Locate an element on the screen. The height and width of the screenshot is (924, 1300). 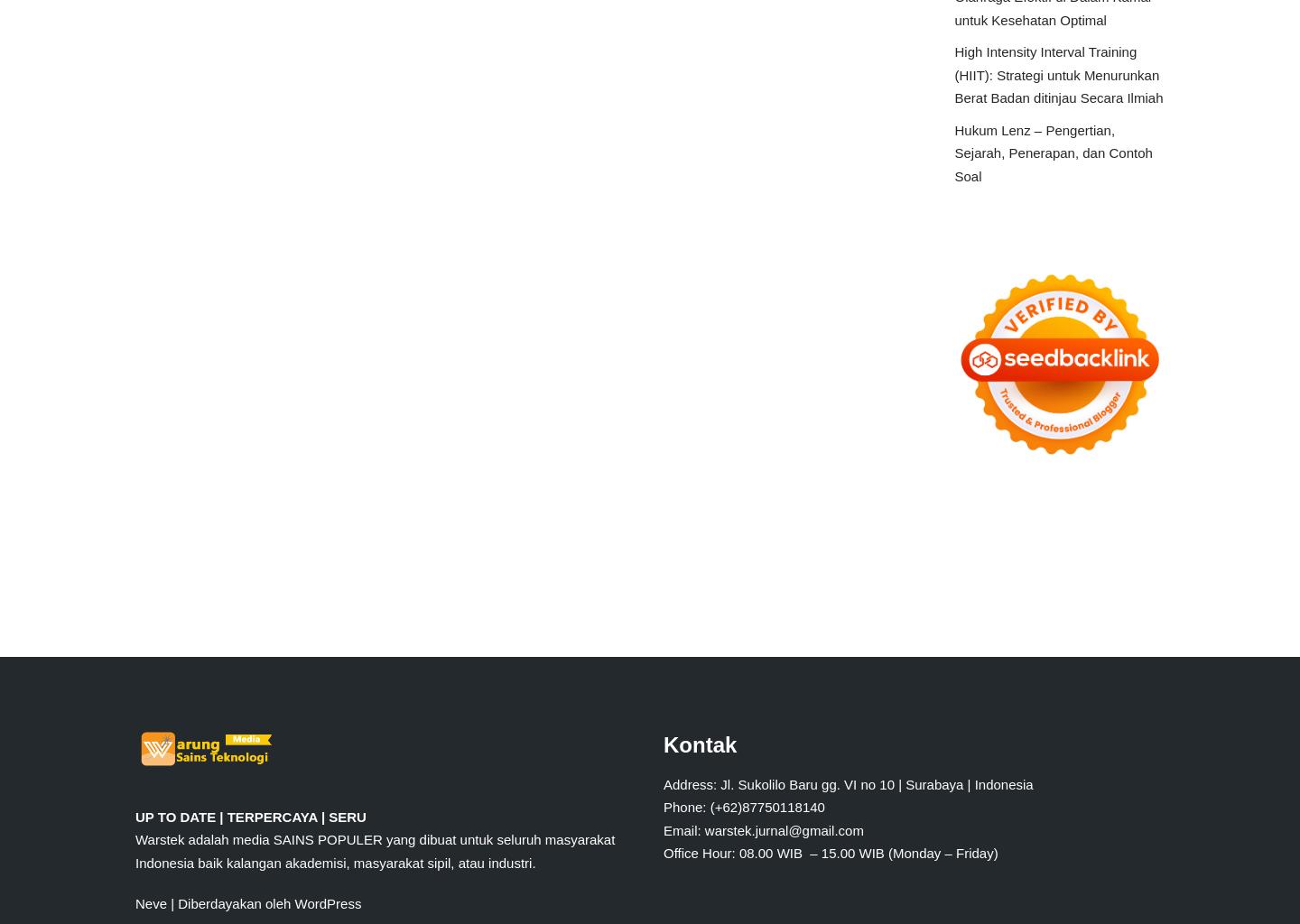
'WordPress' is located at coordinates (327, 902).